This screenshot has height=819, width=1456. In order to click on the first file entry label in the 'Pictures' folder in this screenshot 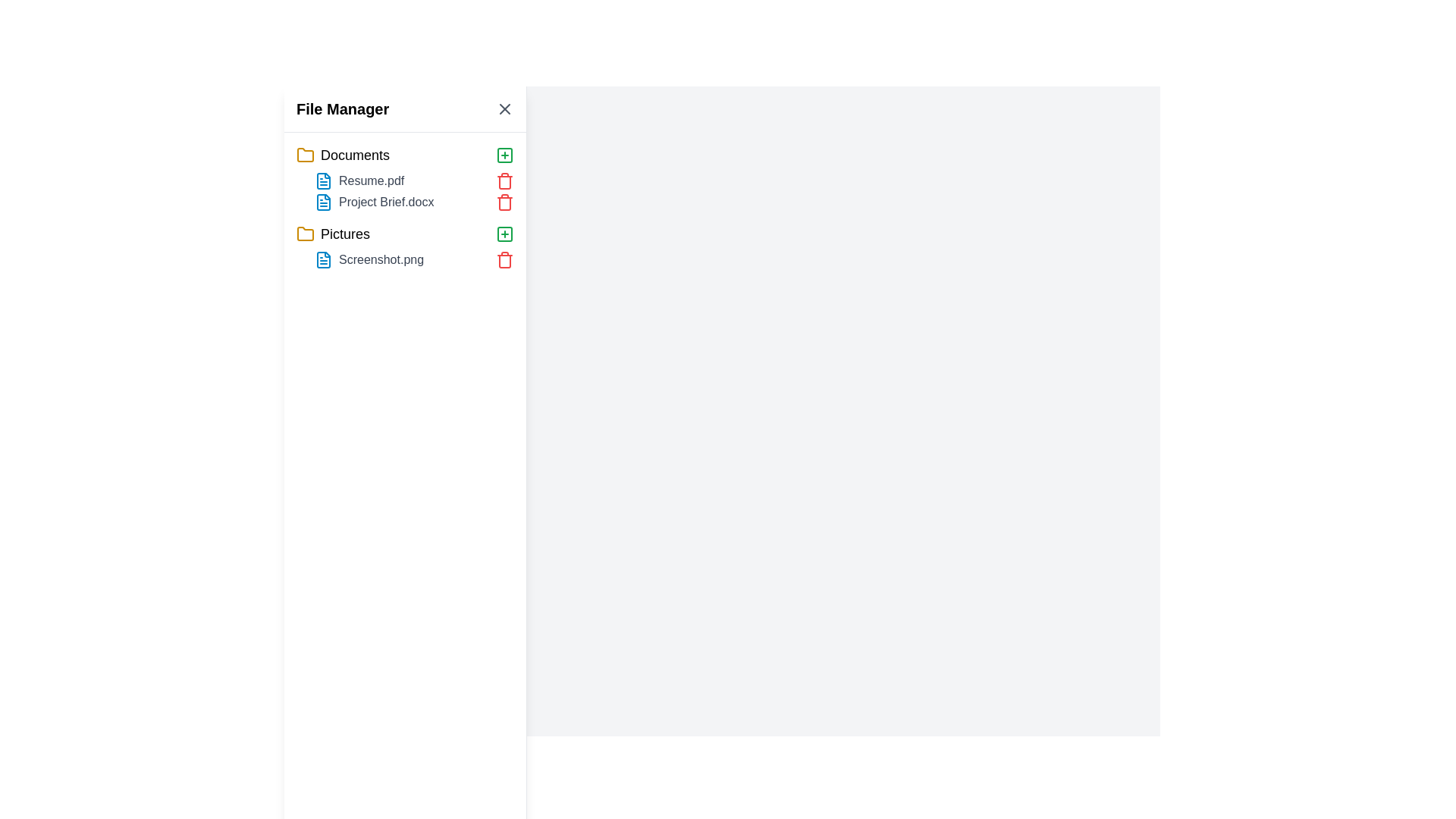, I will do `click(414, 259)`.